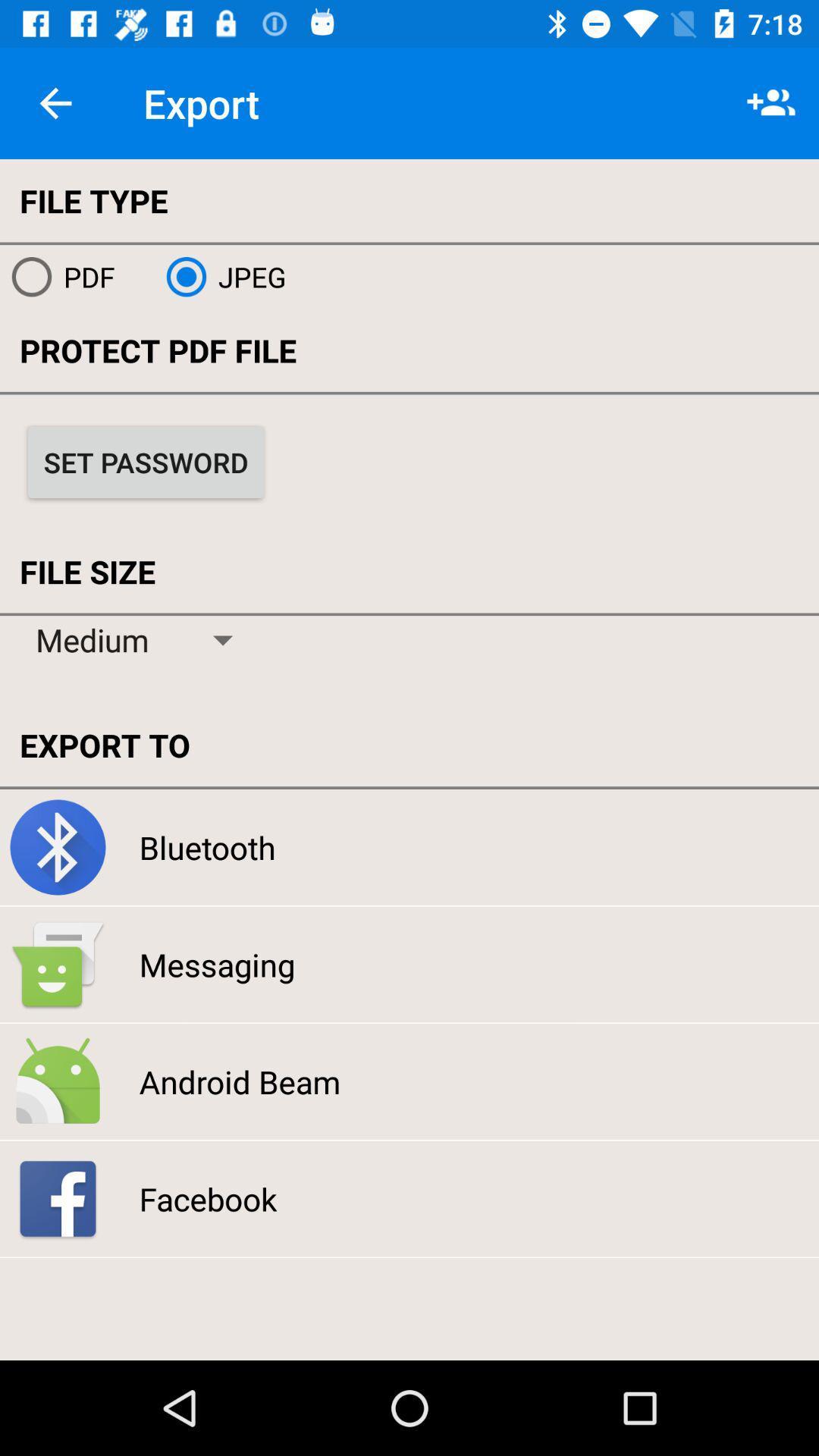  What do you see at coordinates (217, 964) in the screenshot?
I see `messaging` at bounding box center [217, 964].